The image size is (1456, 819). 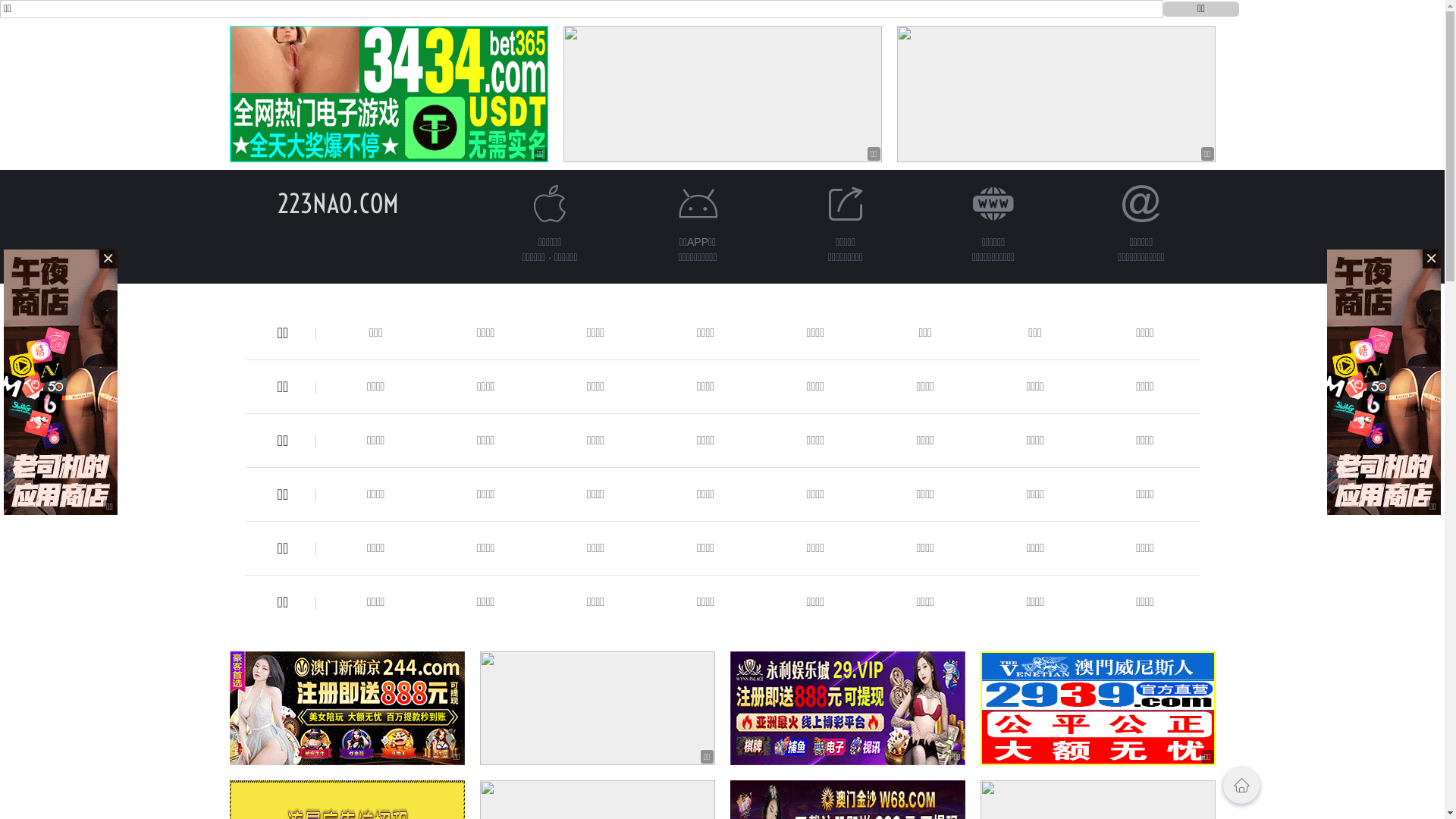 What do you see at coordinates (337, 202) in the screenshot?
I see `'223NAO.COM'` at bounding box center [337, 202].